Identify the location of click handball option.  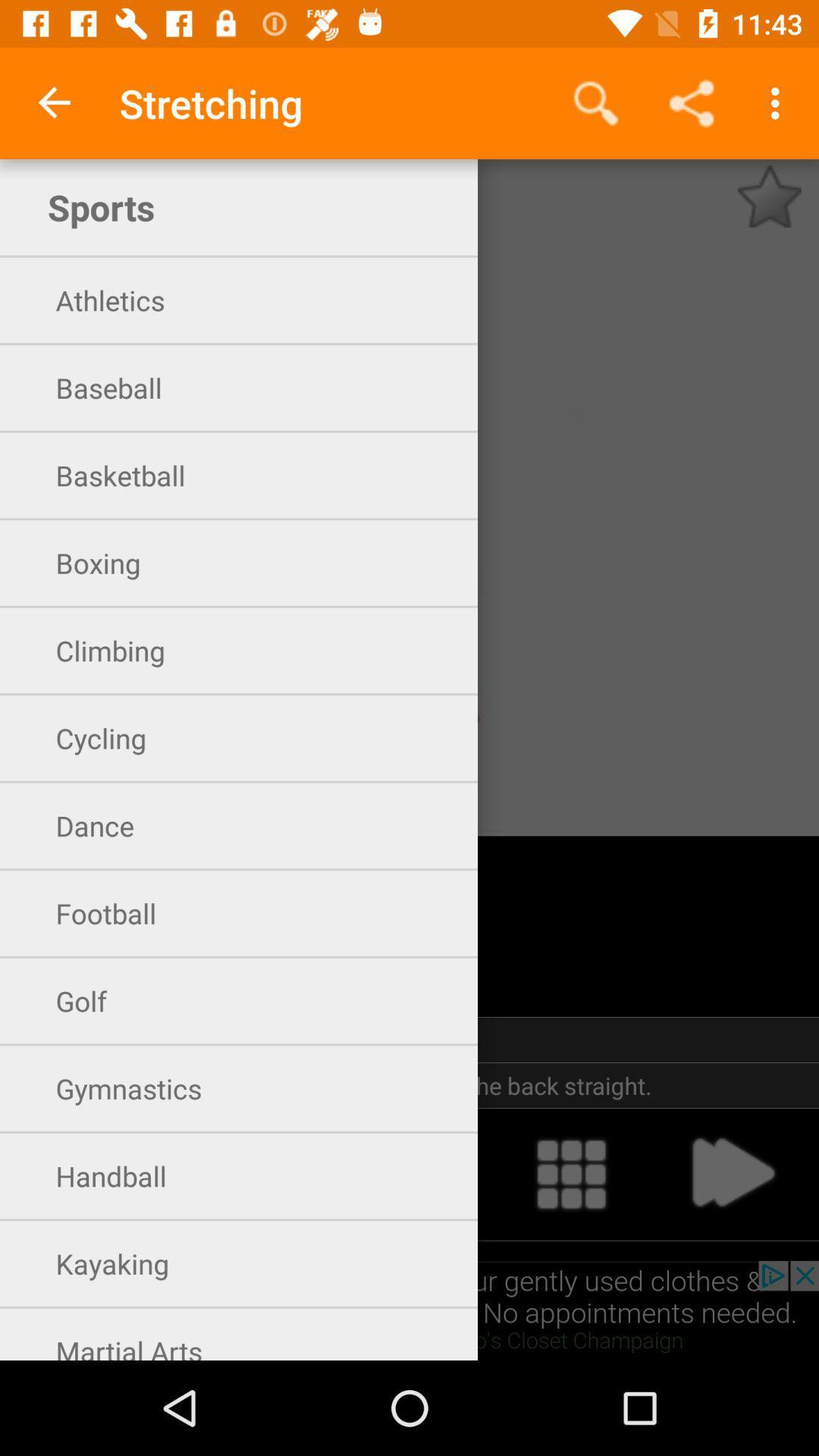
(409, 1173).